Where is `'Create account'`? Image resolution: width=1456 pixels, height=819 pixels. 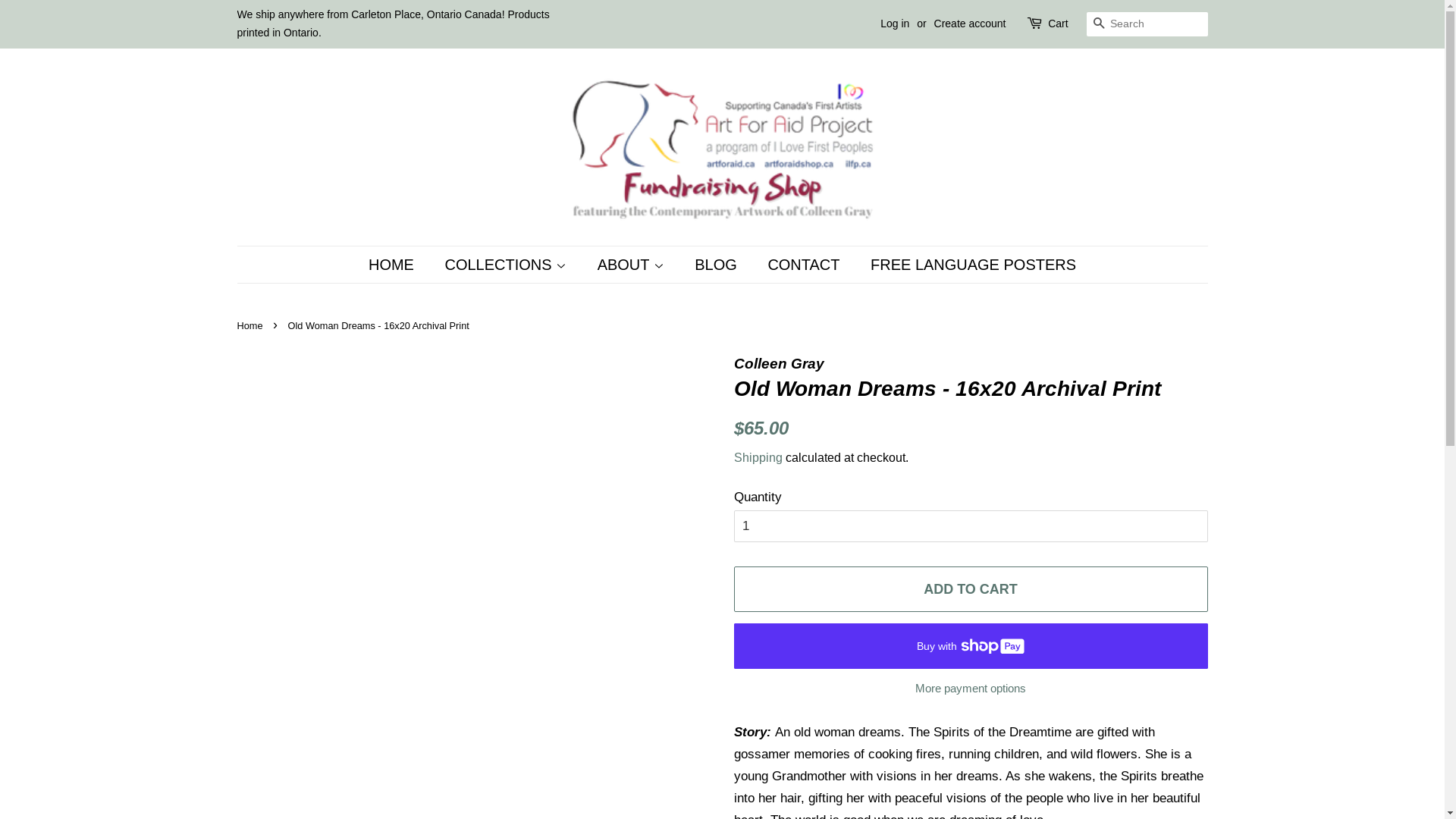 'Create account' is located at coordinates (934, 23).